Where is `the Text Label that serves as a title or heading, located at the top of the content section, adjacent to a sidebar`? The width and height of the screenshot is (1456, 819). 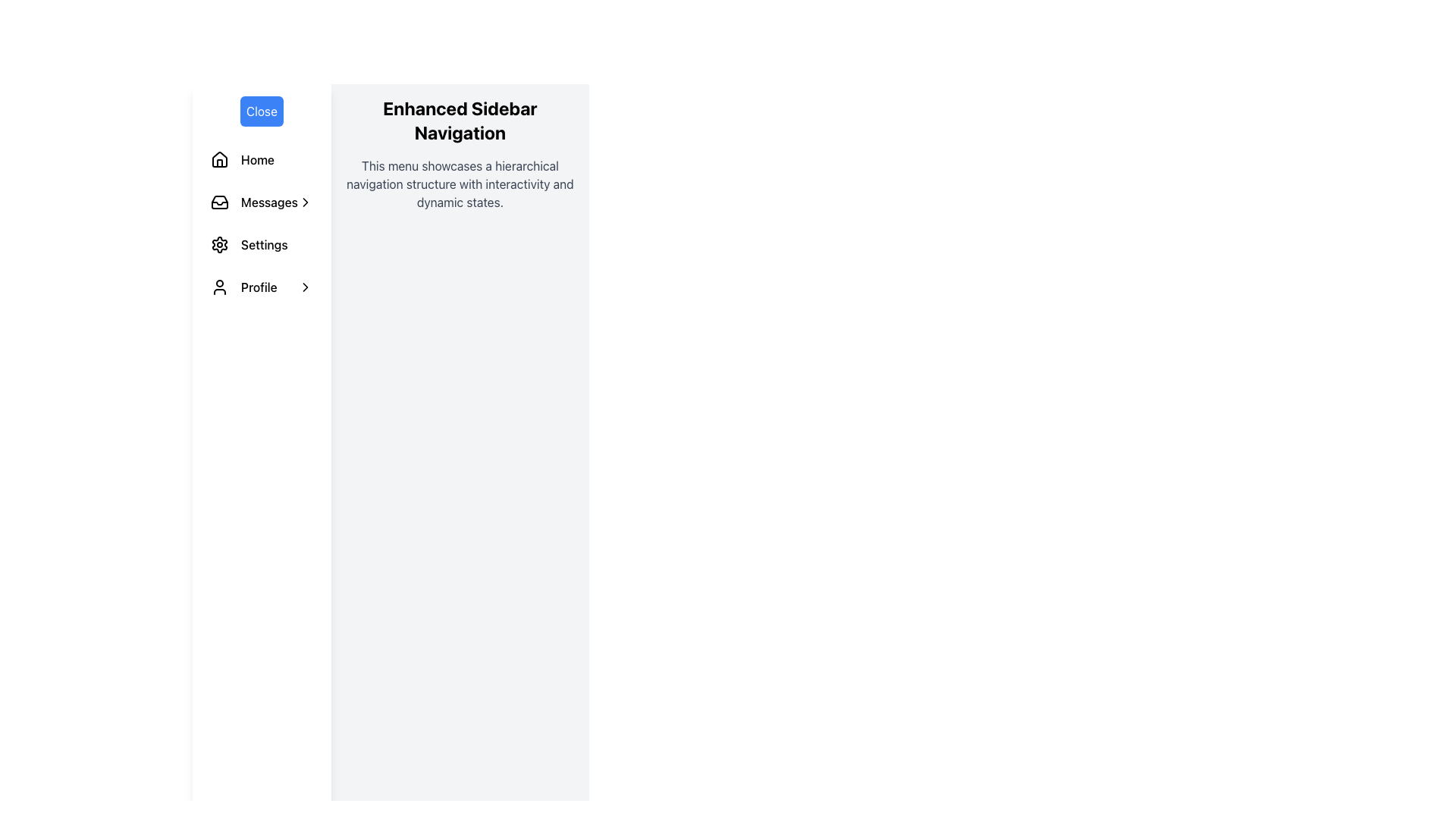
the Text Label that serves as a title or heading, located at the top of the content section, adjacent to a sidebar is located at coordinates (459, 119).